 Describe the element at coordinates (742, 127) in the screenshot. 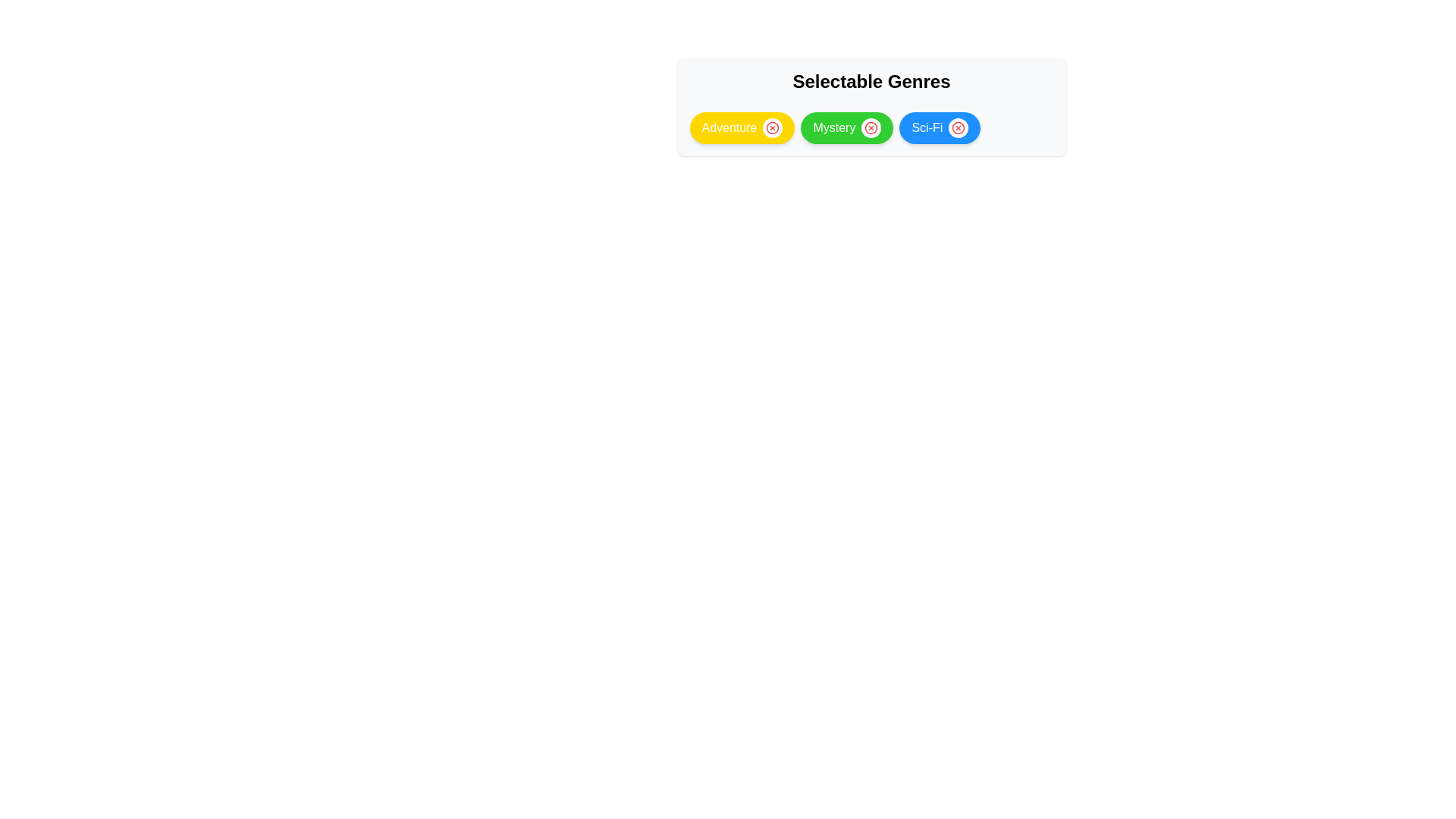

I see `the chip labeled Adventure to view its styling effect` at that location.